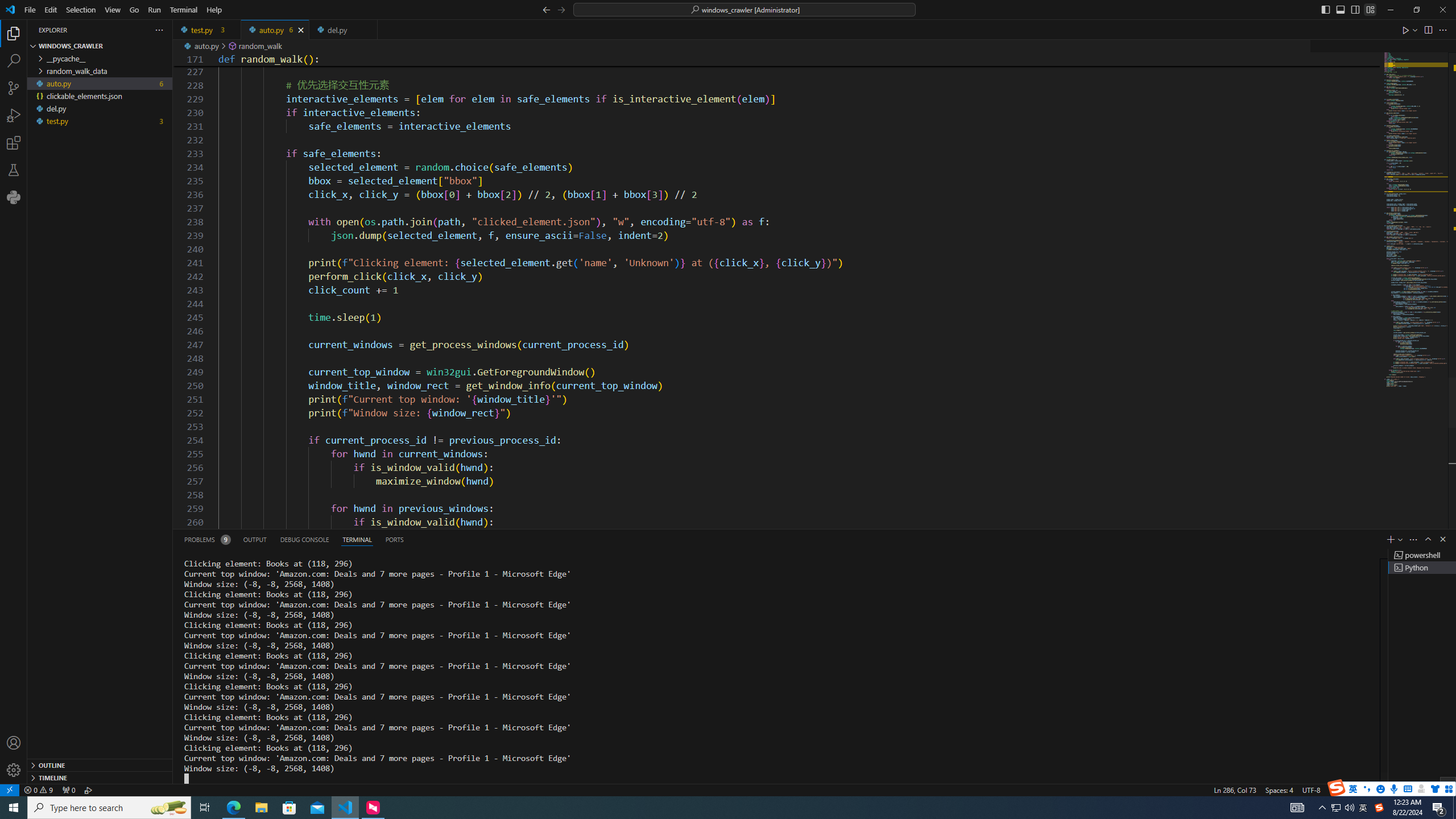 This screenshot has width=1456, height=819. I want to click on 'Toggle Secondary Side Bar (Ctrl+Alt+B)', so click(1355, 9).